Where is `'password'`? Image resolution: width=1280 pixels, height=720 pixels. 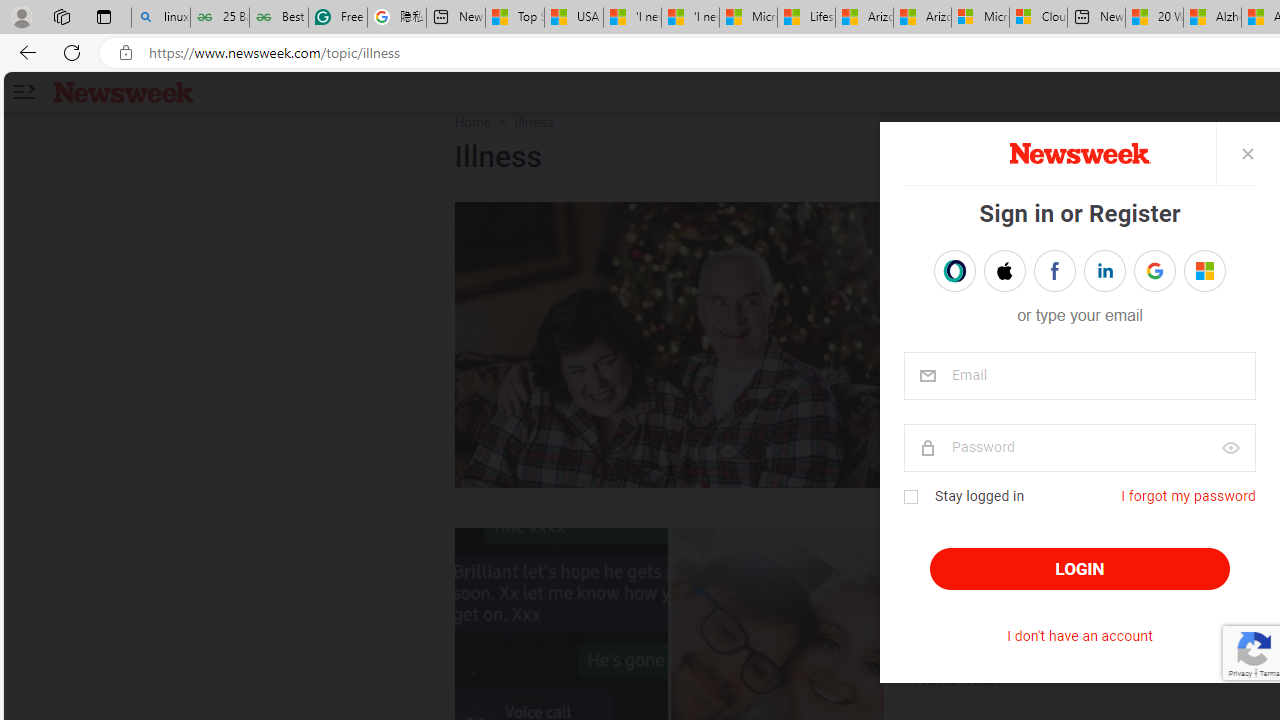 'password' is located at coordinates (1078, 447).